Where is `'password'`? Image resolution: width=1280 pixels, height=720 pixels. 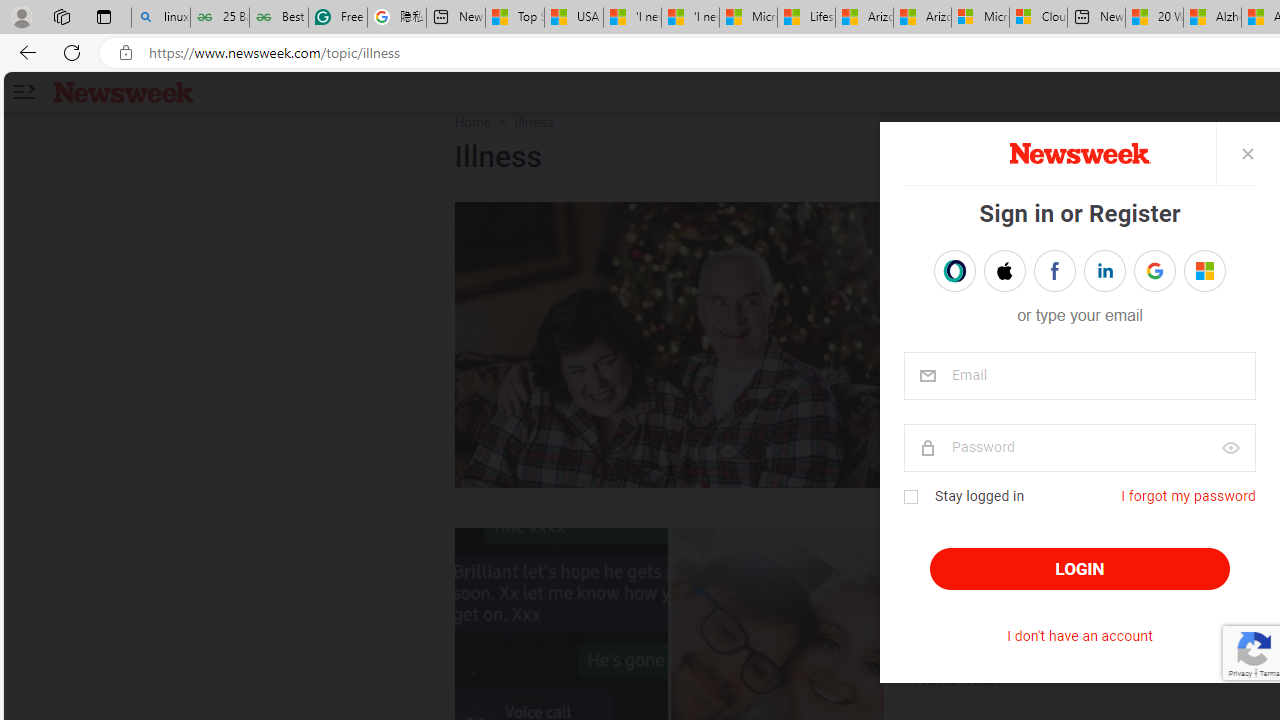 'password' is located at coordinates (1078, 447).